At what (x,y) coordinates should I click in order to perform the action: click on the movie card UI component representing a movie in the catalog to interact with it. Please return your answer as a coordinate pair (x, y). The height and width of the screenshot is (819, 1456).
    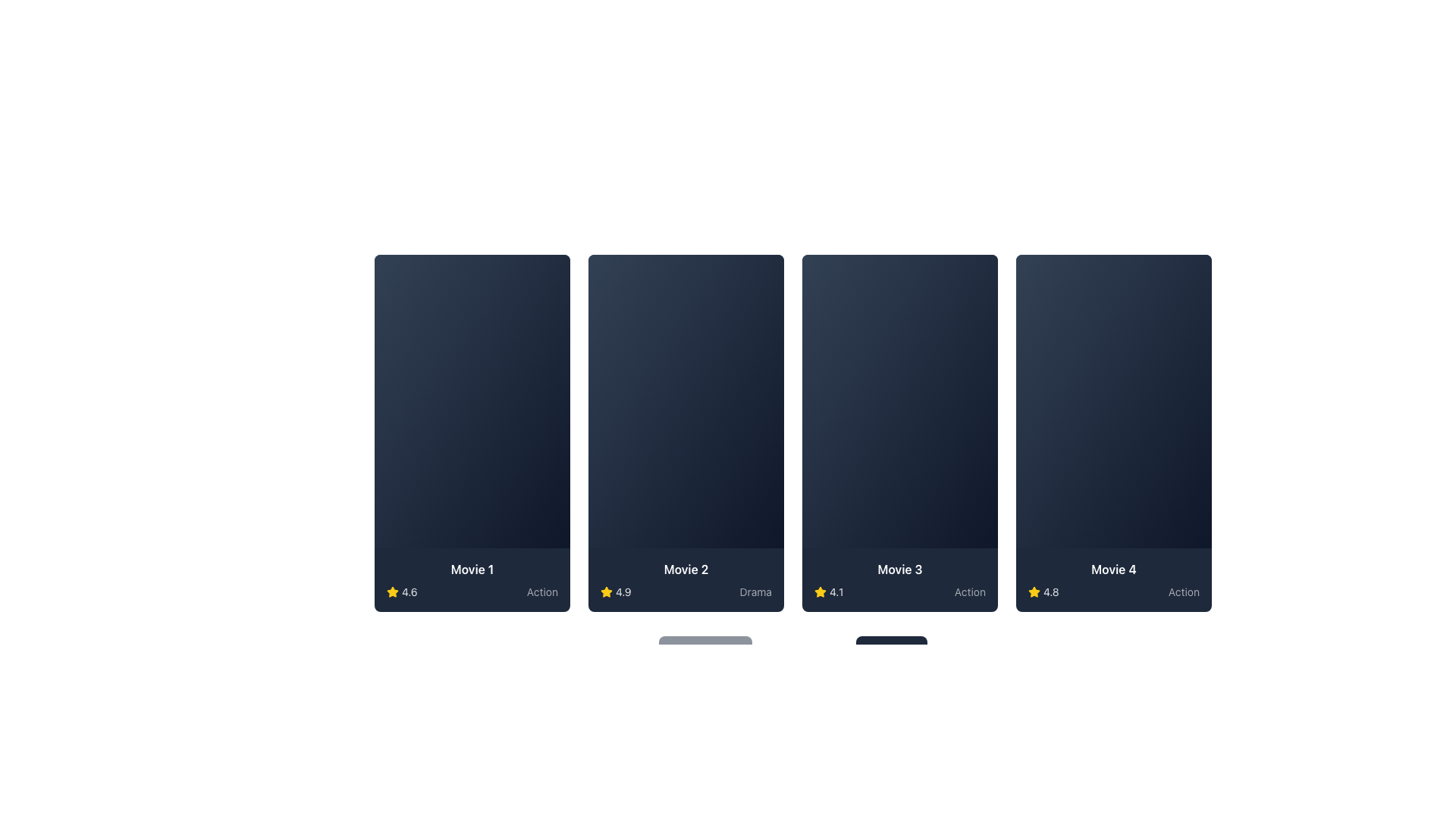
    Looking at the image, I should click on (1113, 433).